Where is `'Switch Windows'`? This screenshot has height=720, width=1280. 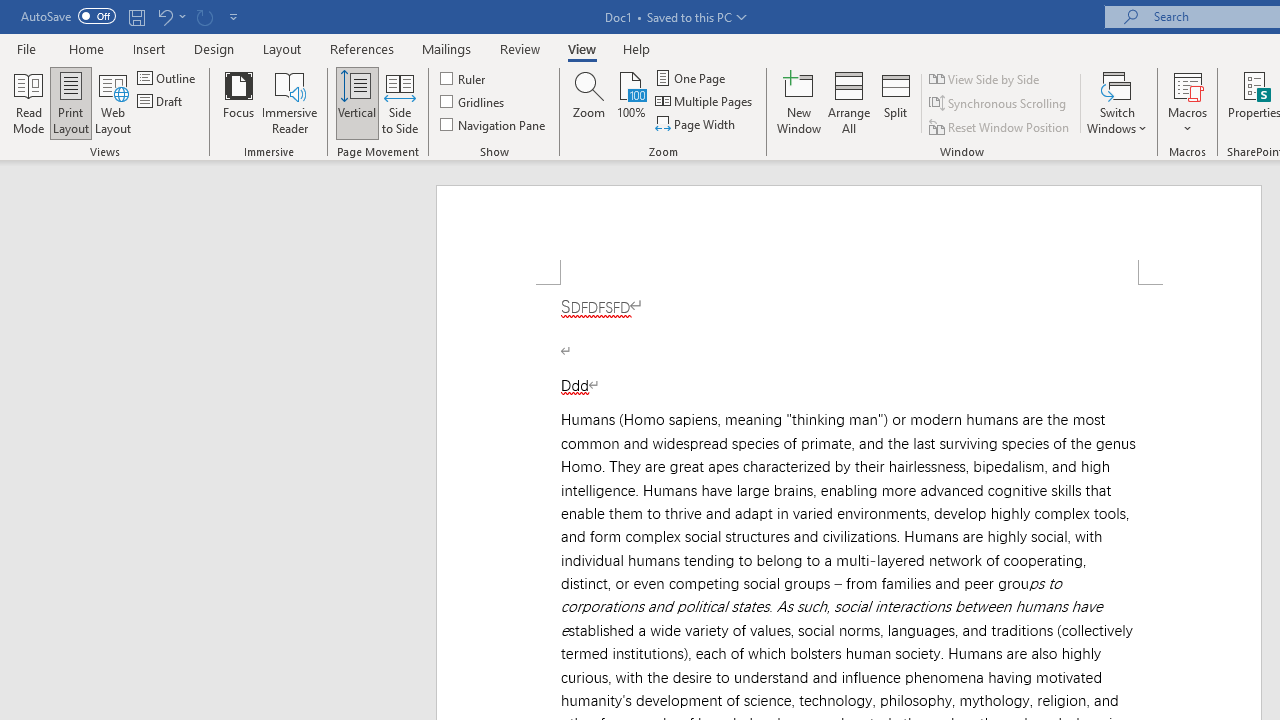
'Switch Windows' is located at coordinates (1116, 103).